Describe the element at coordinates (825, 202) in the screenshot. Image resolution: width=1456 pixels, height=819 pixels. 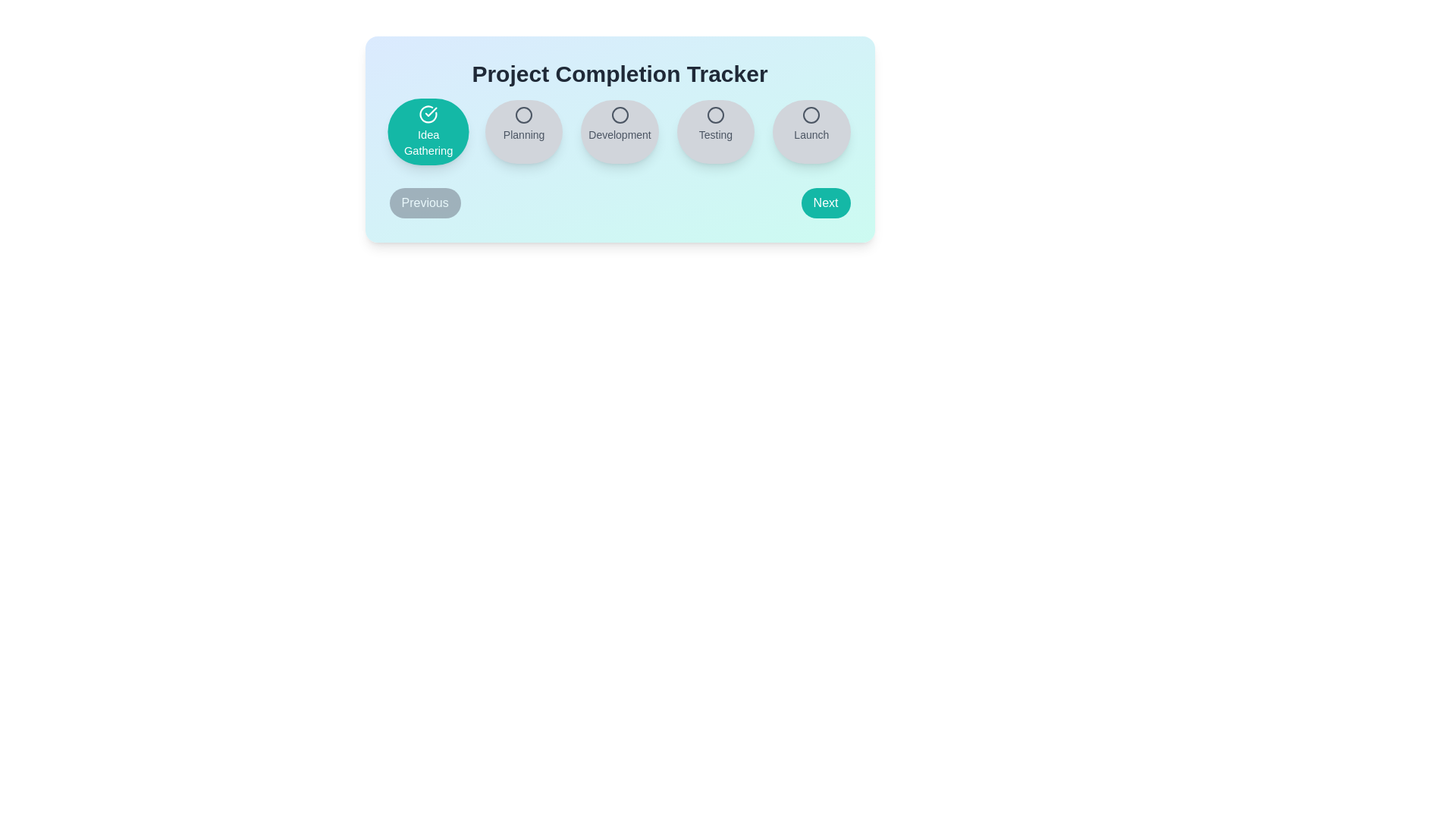
I see `the teal 'Next' button with white text` at that location.